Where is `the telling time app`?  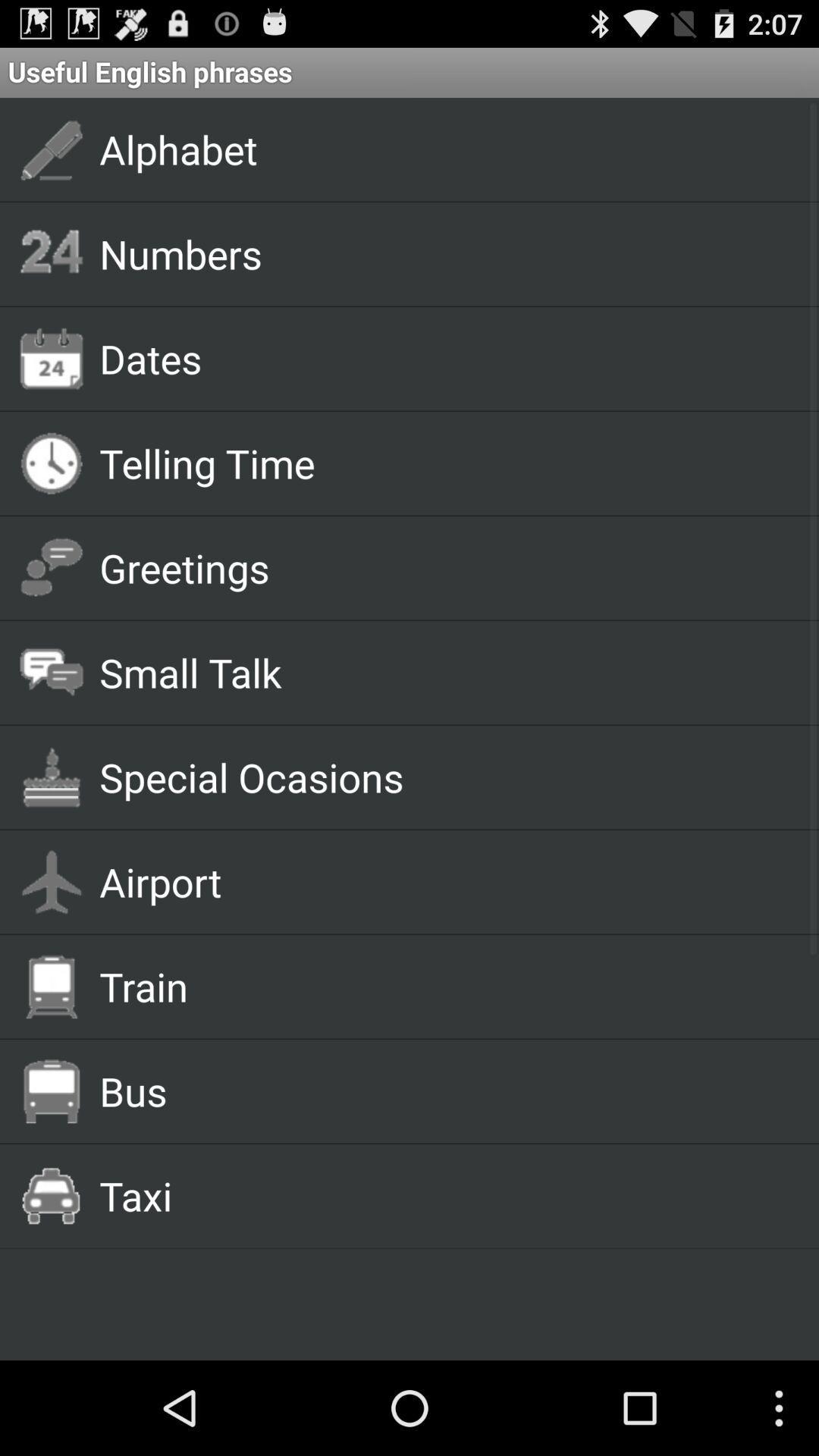 the telling time app is located at coordinates (441, 462).